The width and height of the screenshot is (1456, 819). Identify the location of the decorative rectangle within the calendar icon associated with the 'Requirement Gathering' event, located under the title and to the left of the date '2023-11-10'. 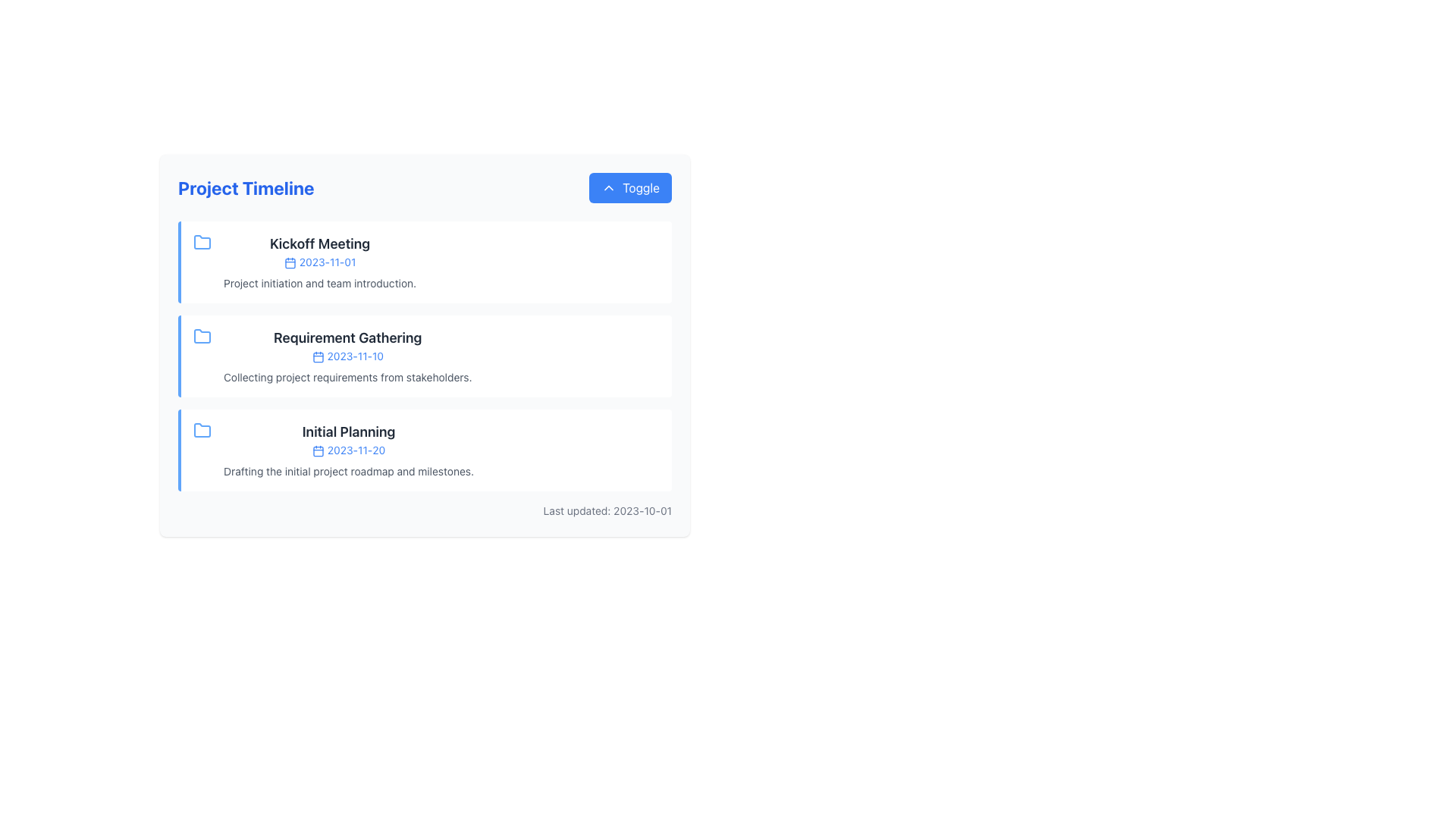
(317, 357).